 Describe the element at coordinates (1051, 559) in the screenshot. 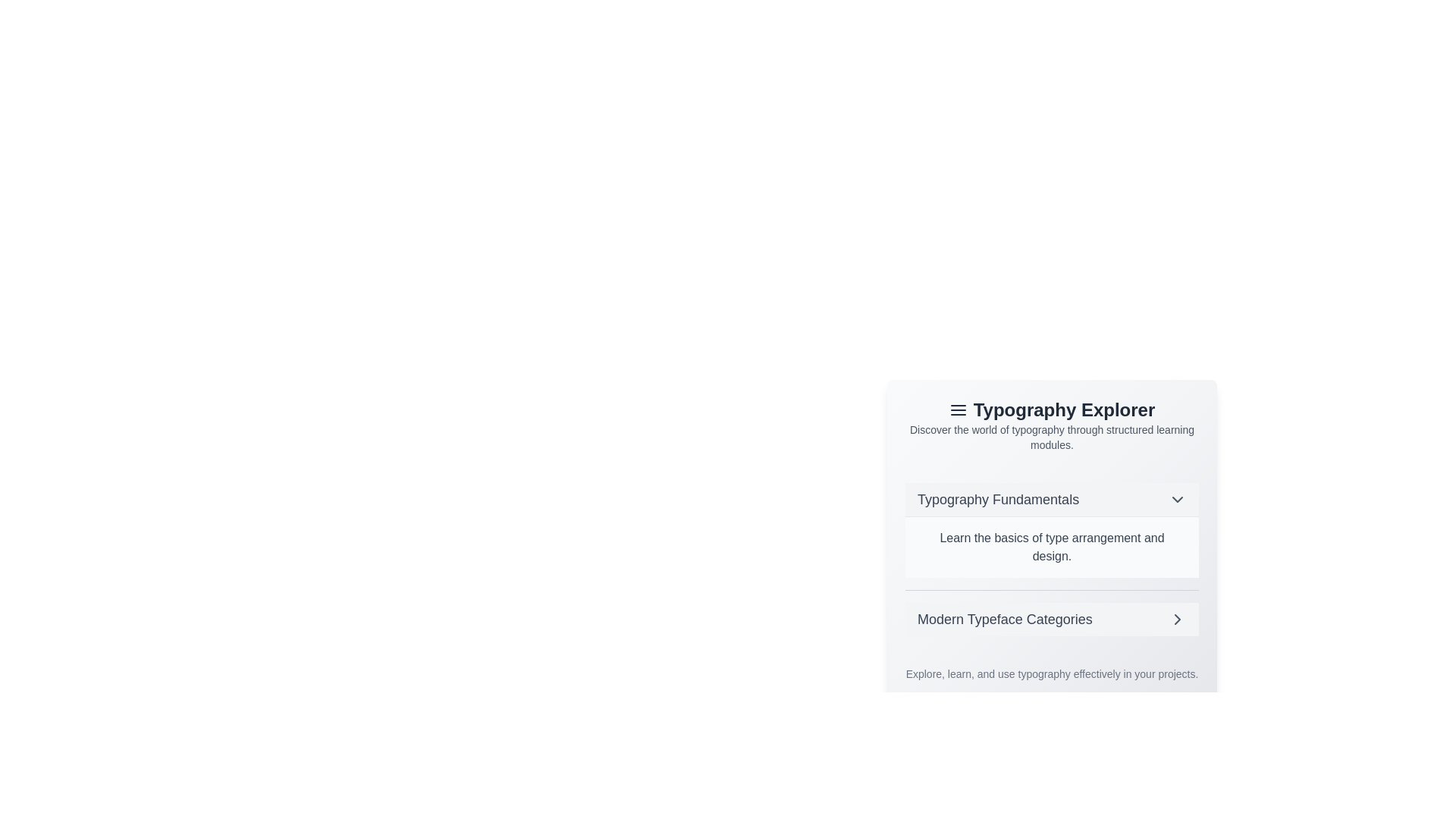

I see `explanation text of the Interactive header titled 'Typography Fundamentals', which contains the text 'Learn the basics of type arrangement and design.'` at that location.